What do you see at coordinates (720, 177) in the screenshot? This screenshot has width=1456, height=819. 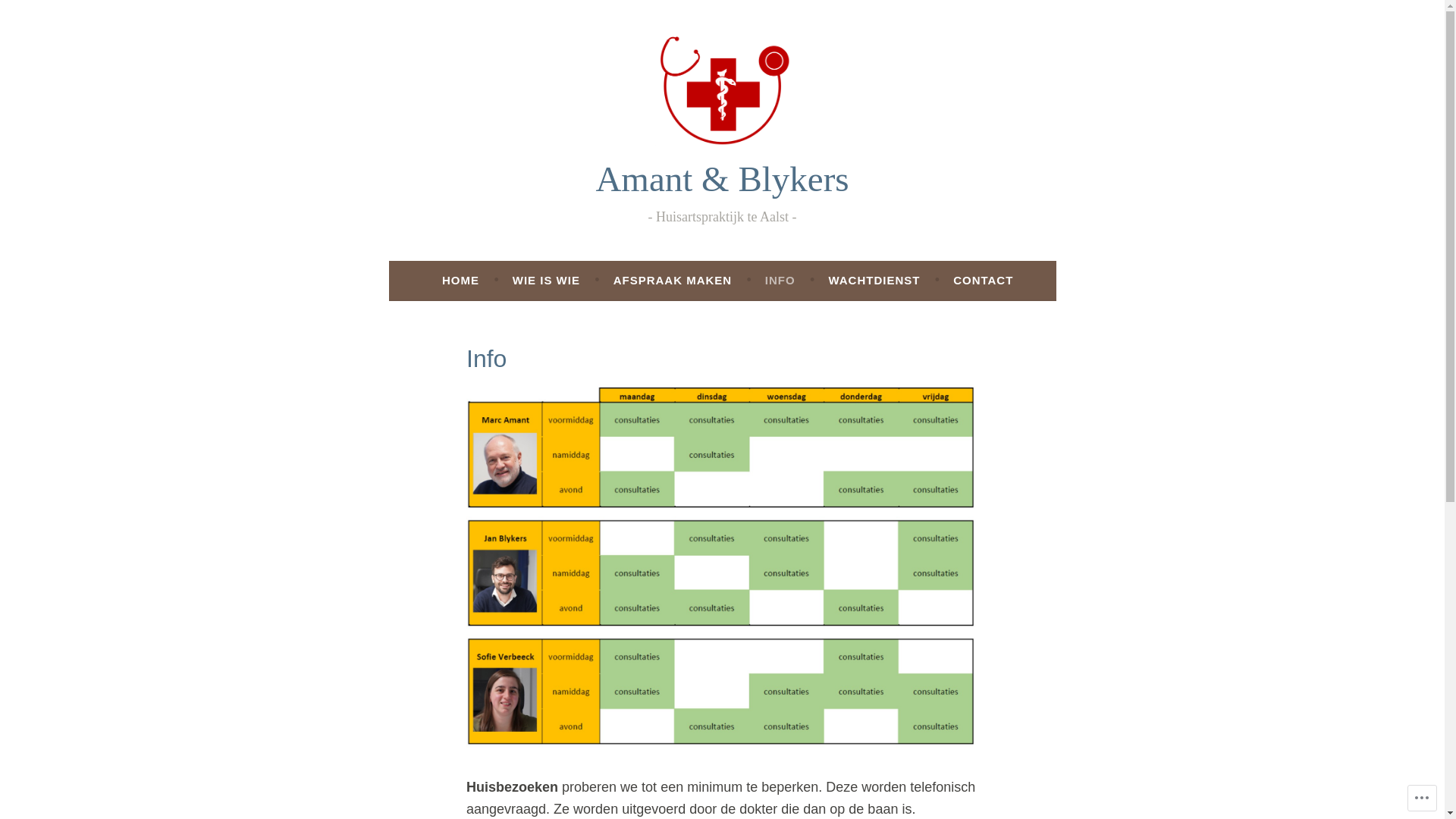 I see `'Amant & Blykers'` at bounding box center [720, 177].